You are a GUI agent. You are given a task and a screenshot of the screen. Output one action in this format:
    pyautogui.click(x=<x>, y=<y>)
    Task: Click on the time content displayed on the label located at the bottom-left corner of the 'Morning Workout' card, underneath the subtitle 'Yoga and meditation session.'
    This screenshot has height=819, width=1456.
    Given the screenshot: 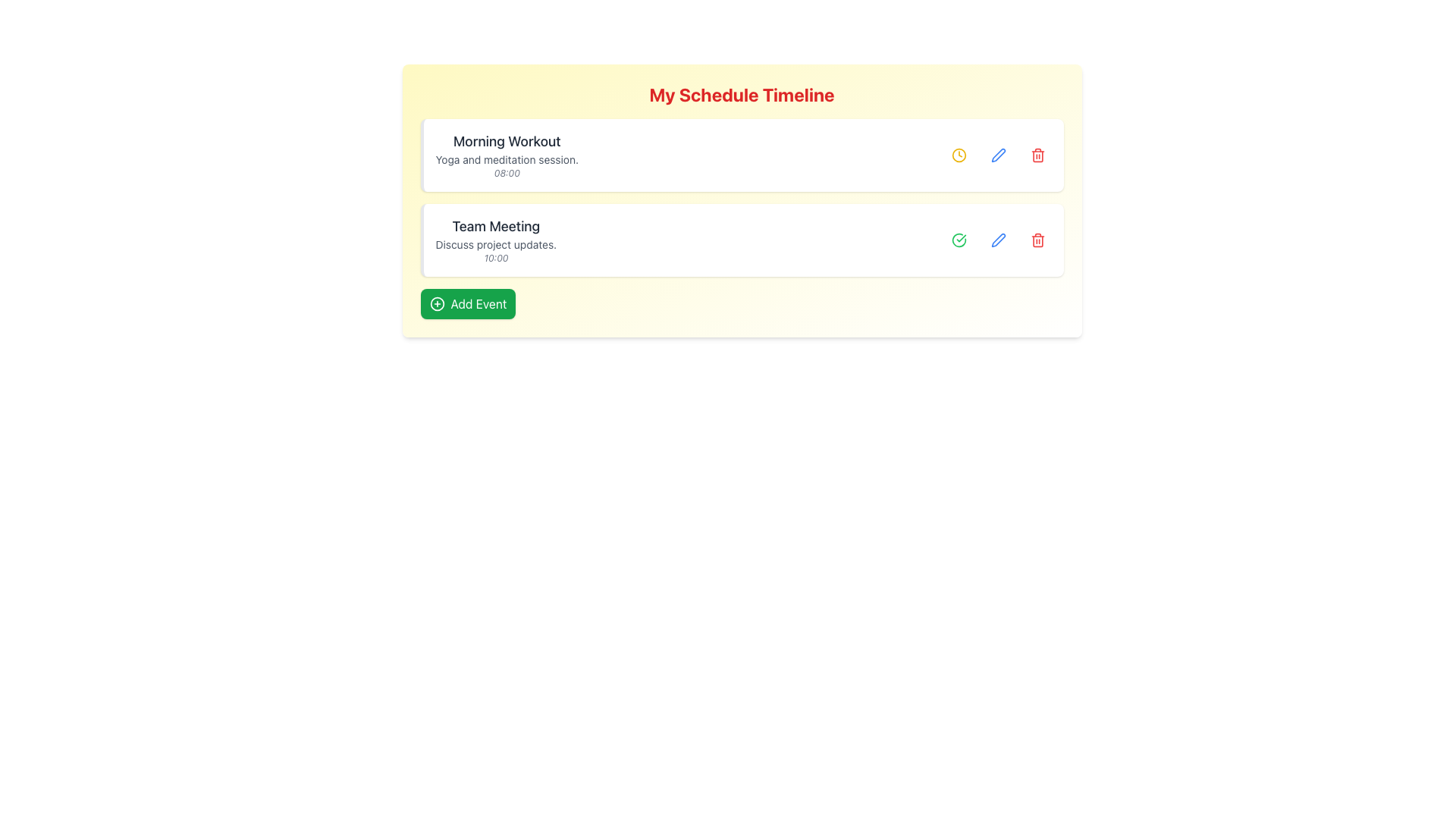 What is the action you would take?
    pyautogui.click(x=507, y=172)
    